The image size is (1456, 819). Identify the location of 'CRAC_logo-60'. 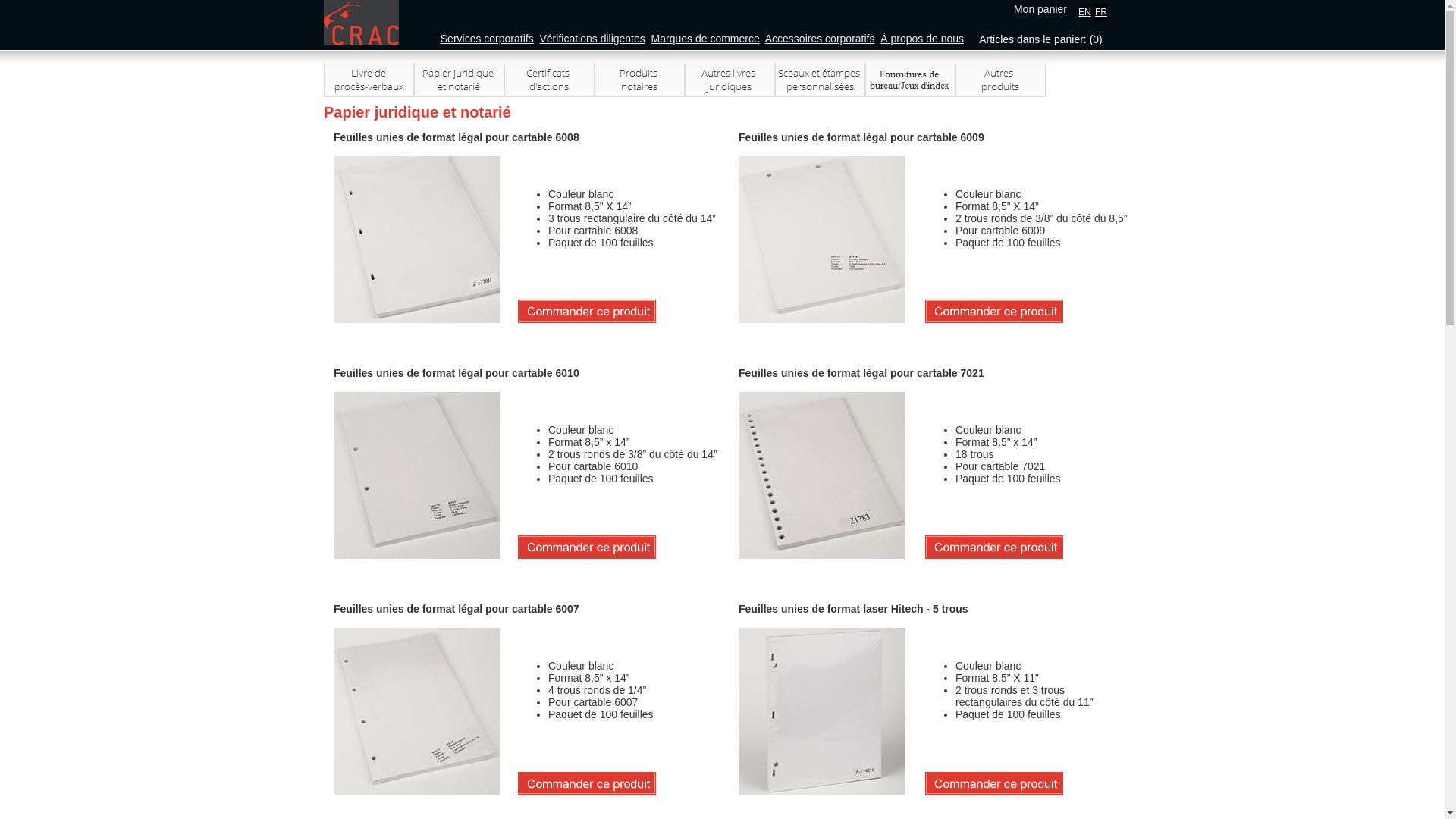
(360, 23).